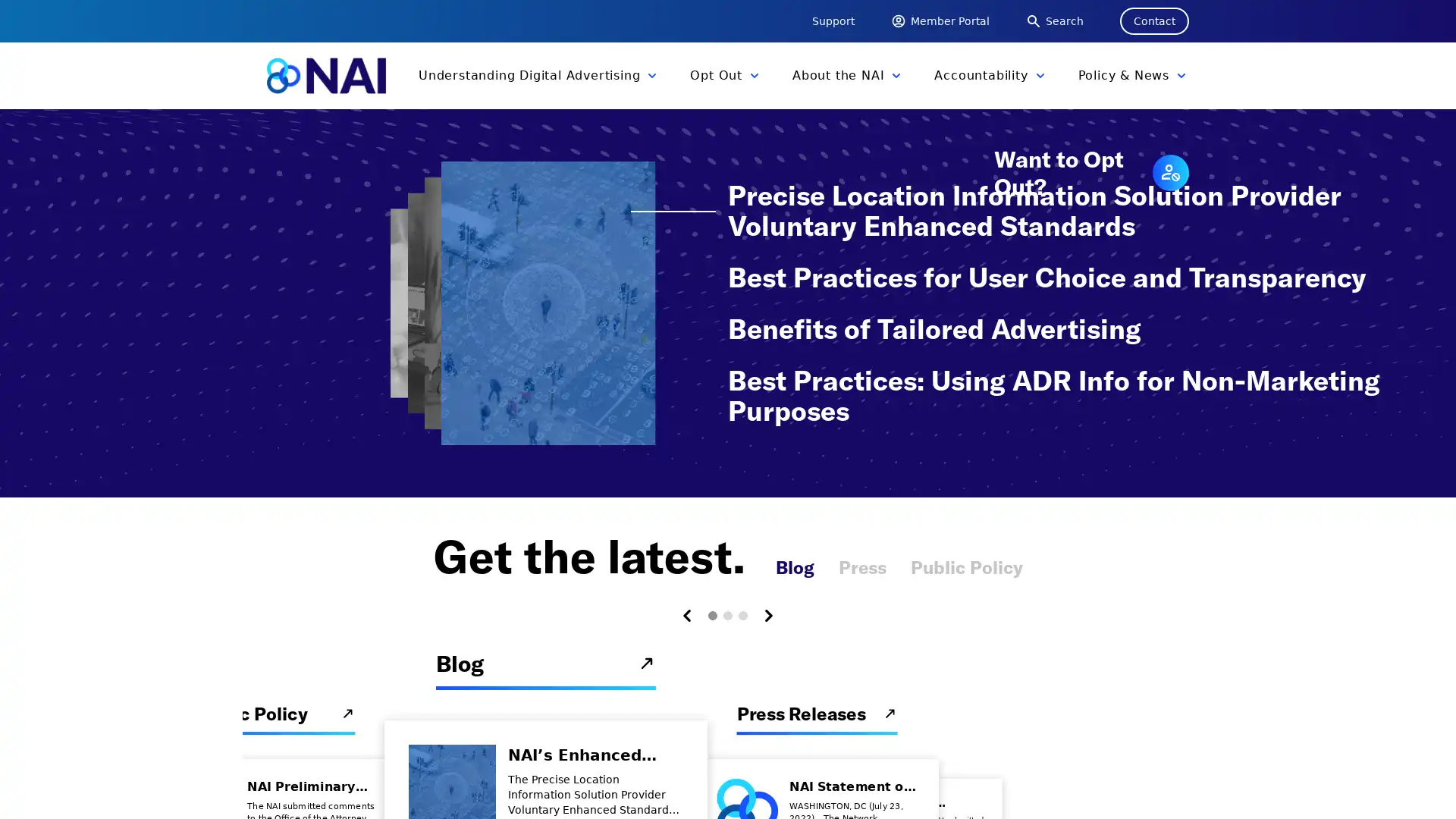 The height and width of the screenshot is (819, 1456). Describe the element at coordinates (712, 616) in the screenshot. I see `Carousel Page 1 (Current Slide)` at that location.